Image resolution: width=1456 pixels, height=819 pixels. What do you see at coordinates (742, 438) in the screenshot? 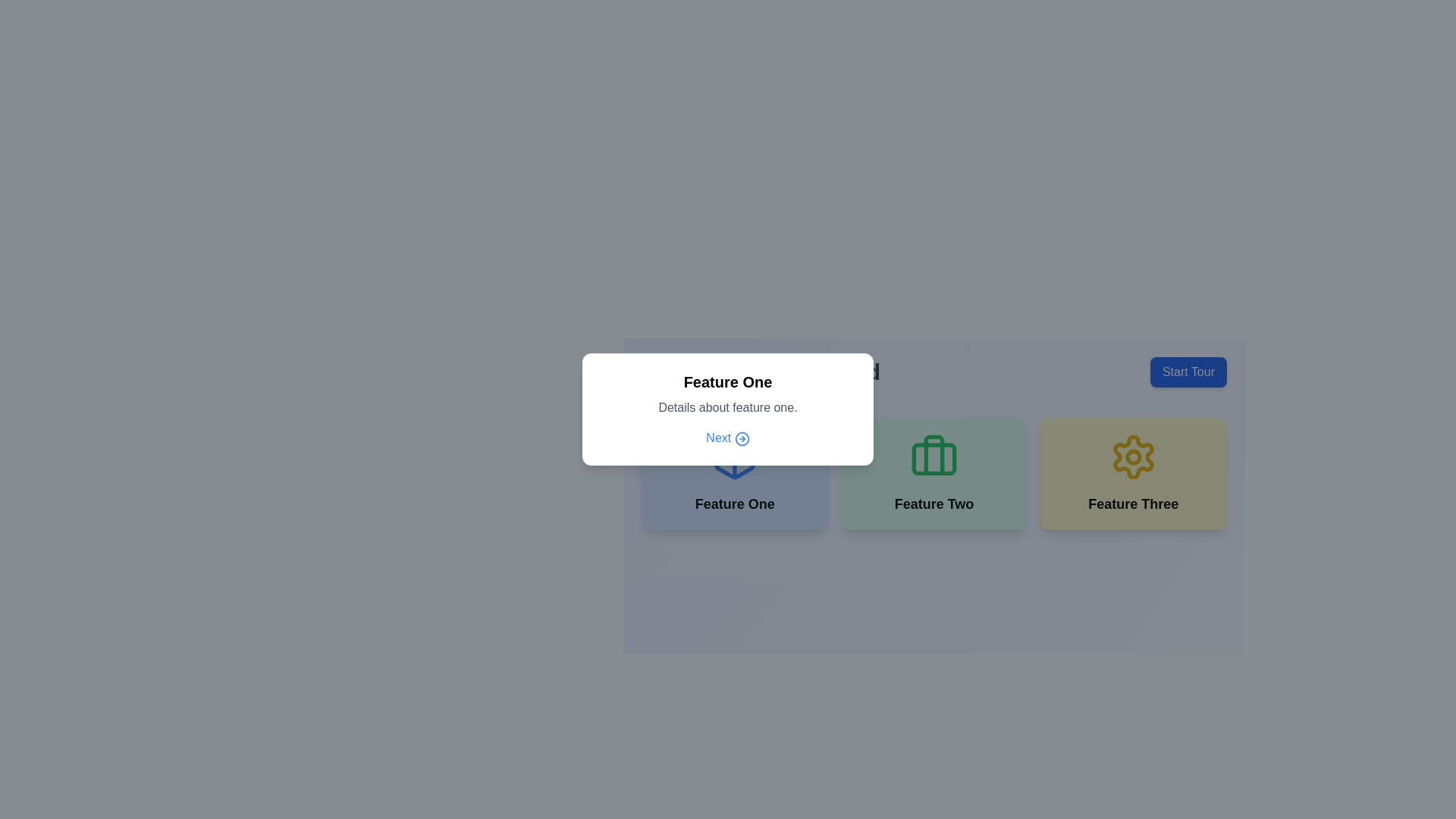
I see `the icon located to the right of the 'Next' text inside the clickable area at the bottom of the modal window` at bounding box center [742, 438].